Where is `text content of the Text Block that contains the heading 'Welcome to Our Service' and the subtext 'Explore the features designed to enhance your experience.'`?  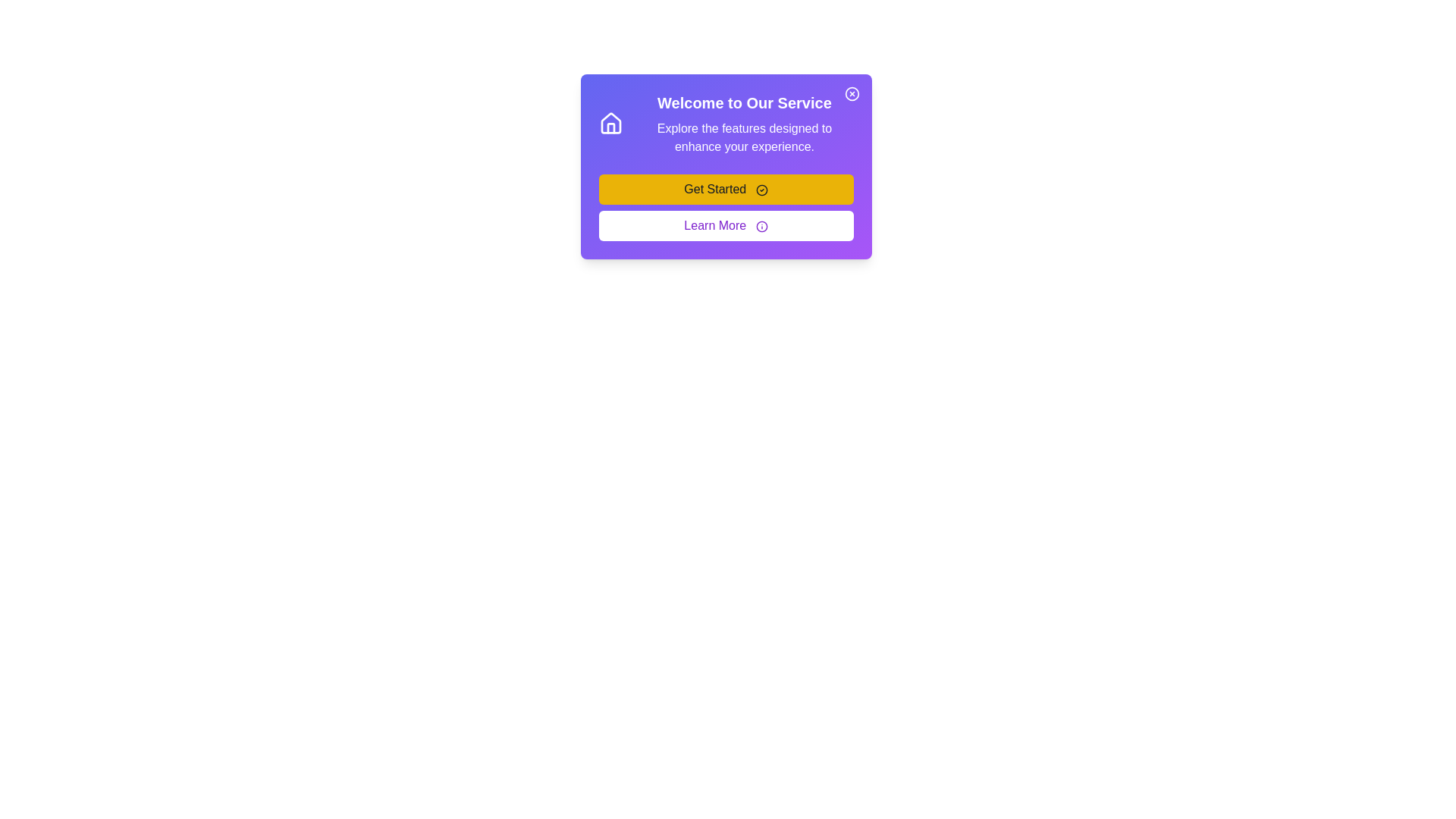
text content of the Text Block that contains the heading 'Welcome to Our Service' and the subtext 'Explore the features designed to enhance your experience.' is located at coordinates (744, 124).